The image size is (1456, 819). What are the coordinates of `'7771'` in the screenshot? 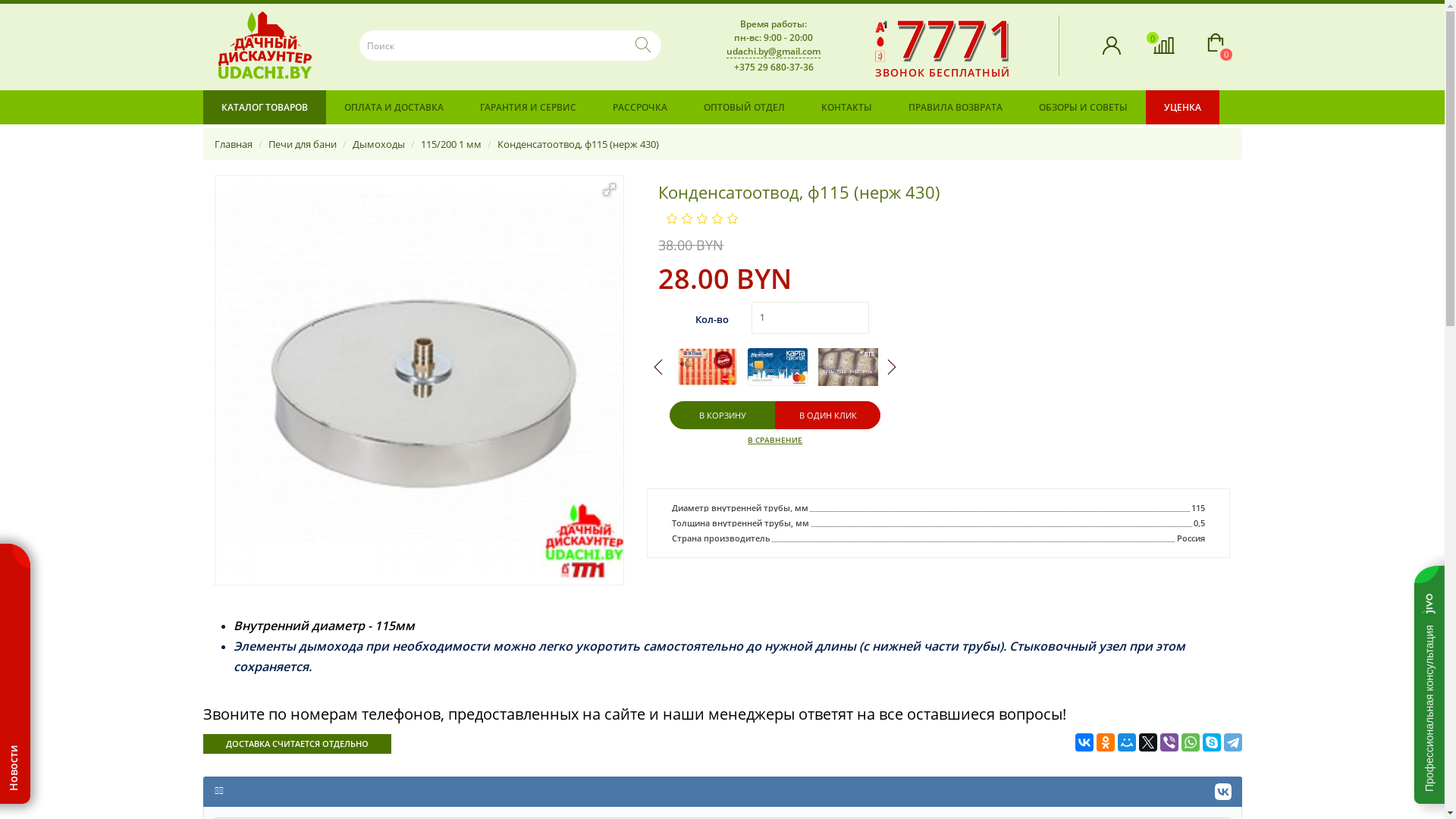 It's located at (955, 37).